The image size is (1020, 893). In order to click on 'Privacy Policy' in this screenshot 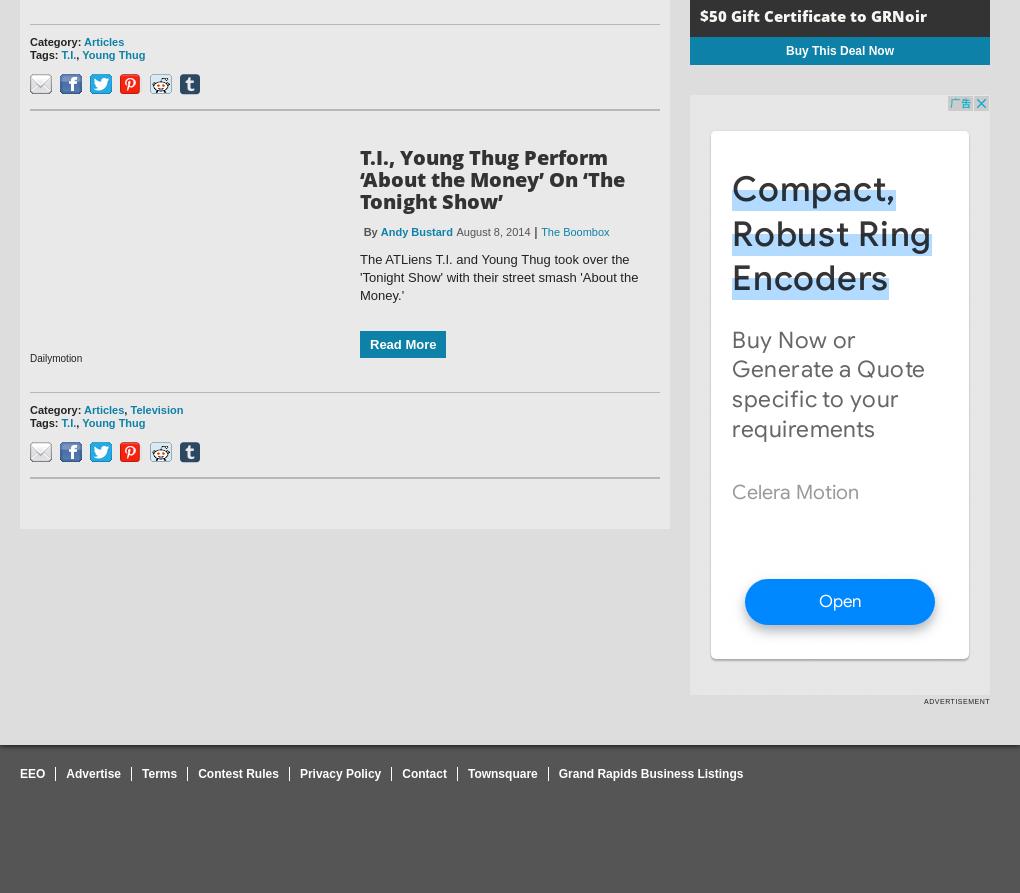, I will do `click(339, 772)`.